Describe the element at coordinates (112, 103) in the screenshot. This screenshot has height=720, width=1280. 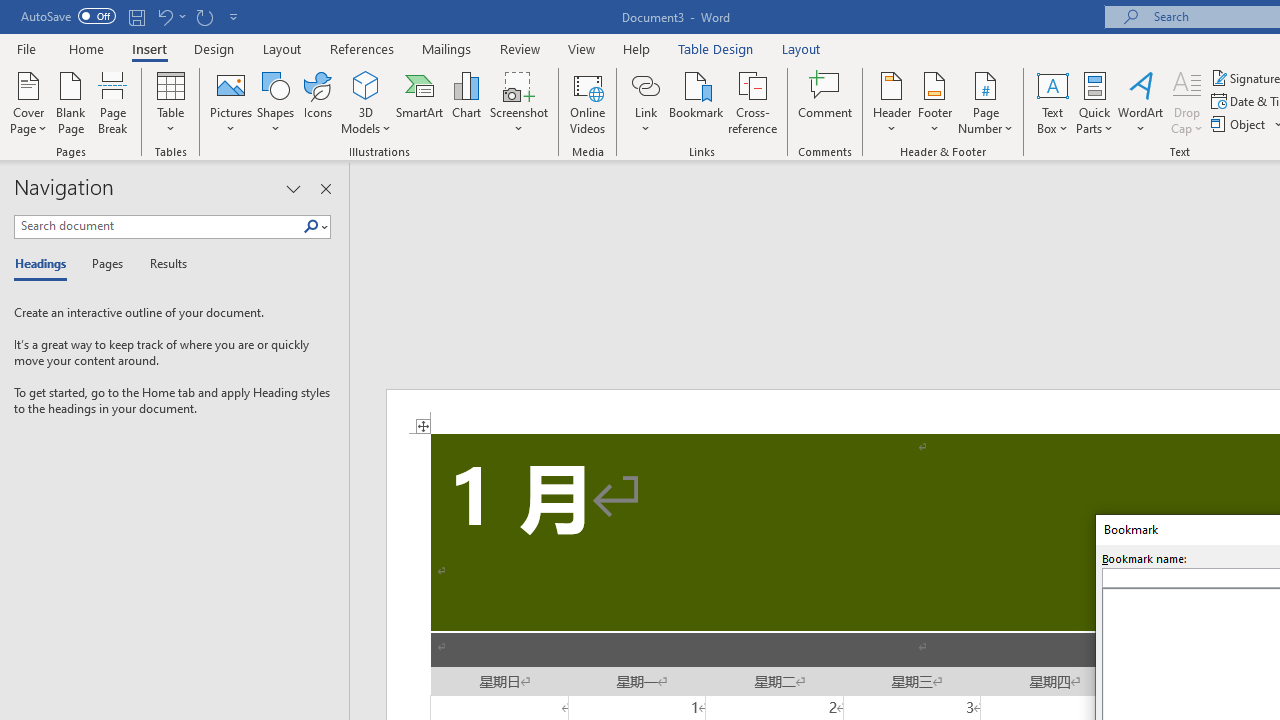
I see `'Page Break'` at that location.